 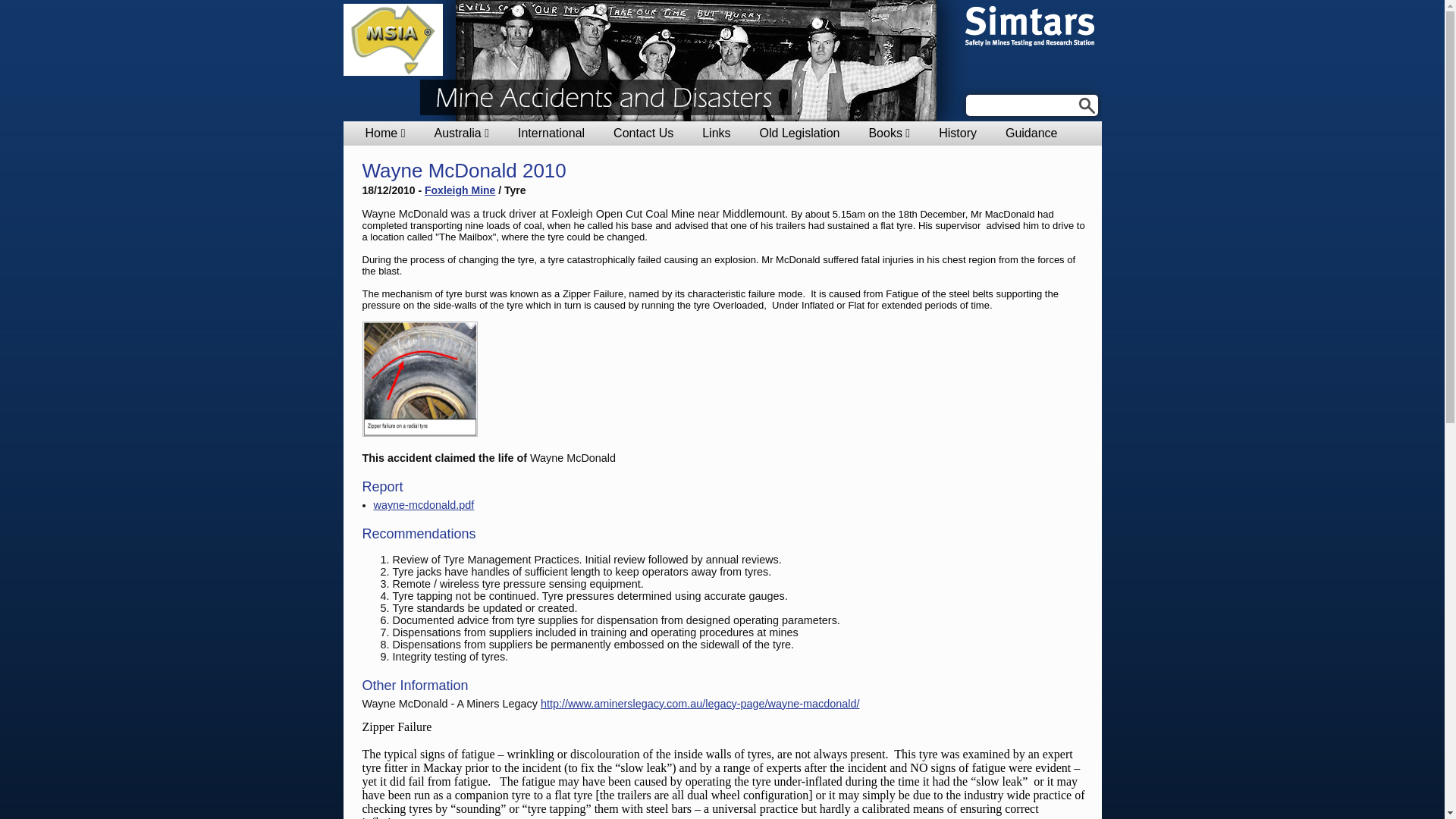 What do you see at coordinates (1031, 133) in the screenshot?
I see `'Guidance'` at bounding box center [1031, 133].